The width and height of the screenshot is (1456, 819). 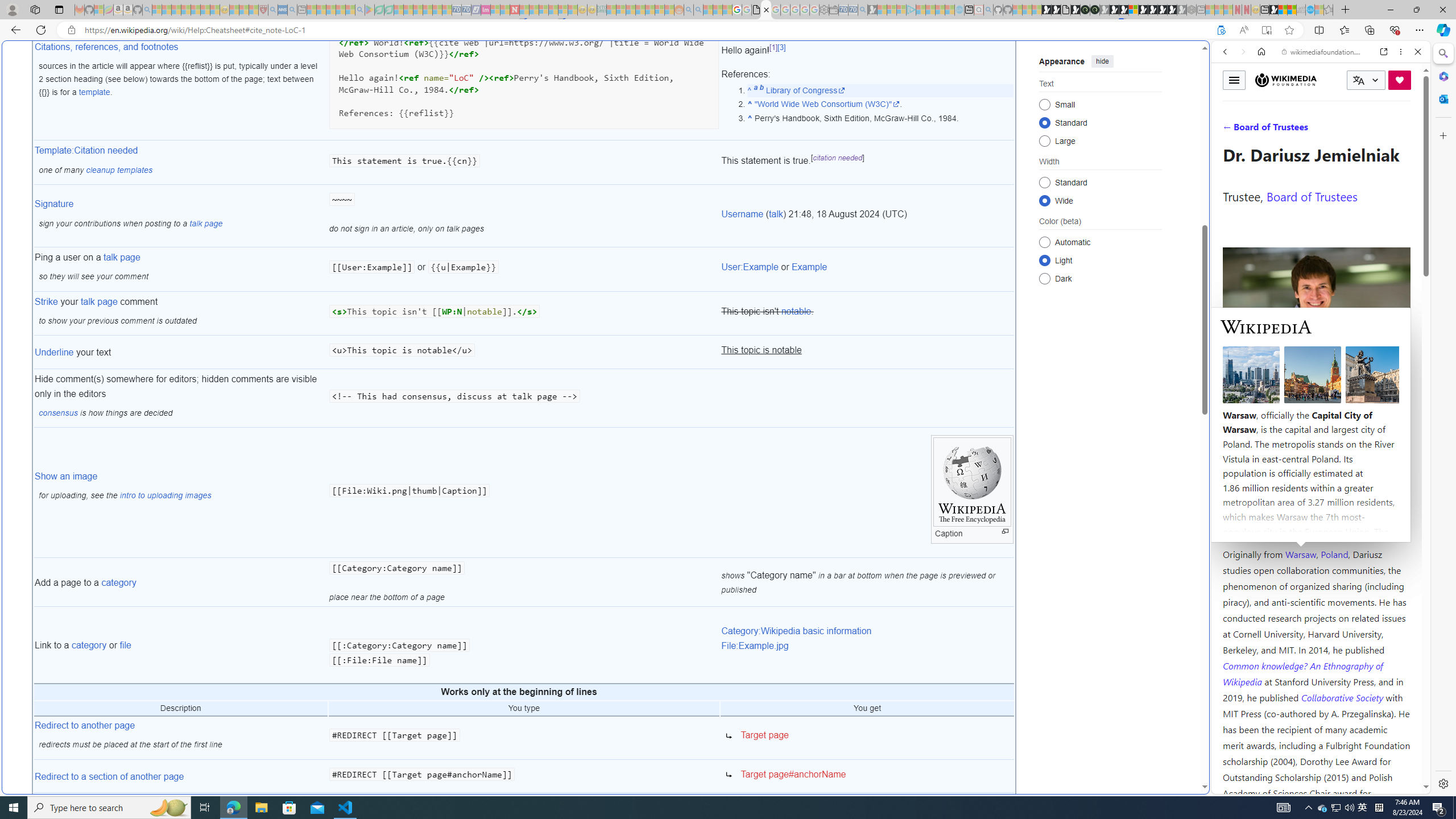 What do you see at coordinates (867, 708) in the screenshot?
I see `'You get'` at bounding box center [867, 708].